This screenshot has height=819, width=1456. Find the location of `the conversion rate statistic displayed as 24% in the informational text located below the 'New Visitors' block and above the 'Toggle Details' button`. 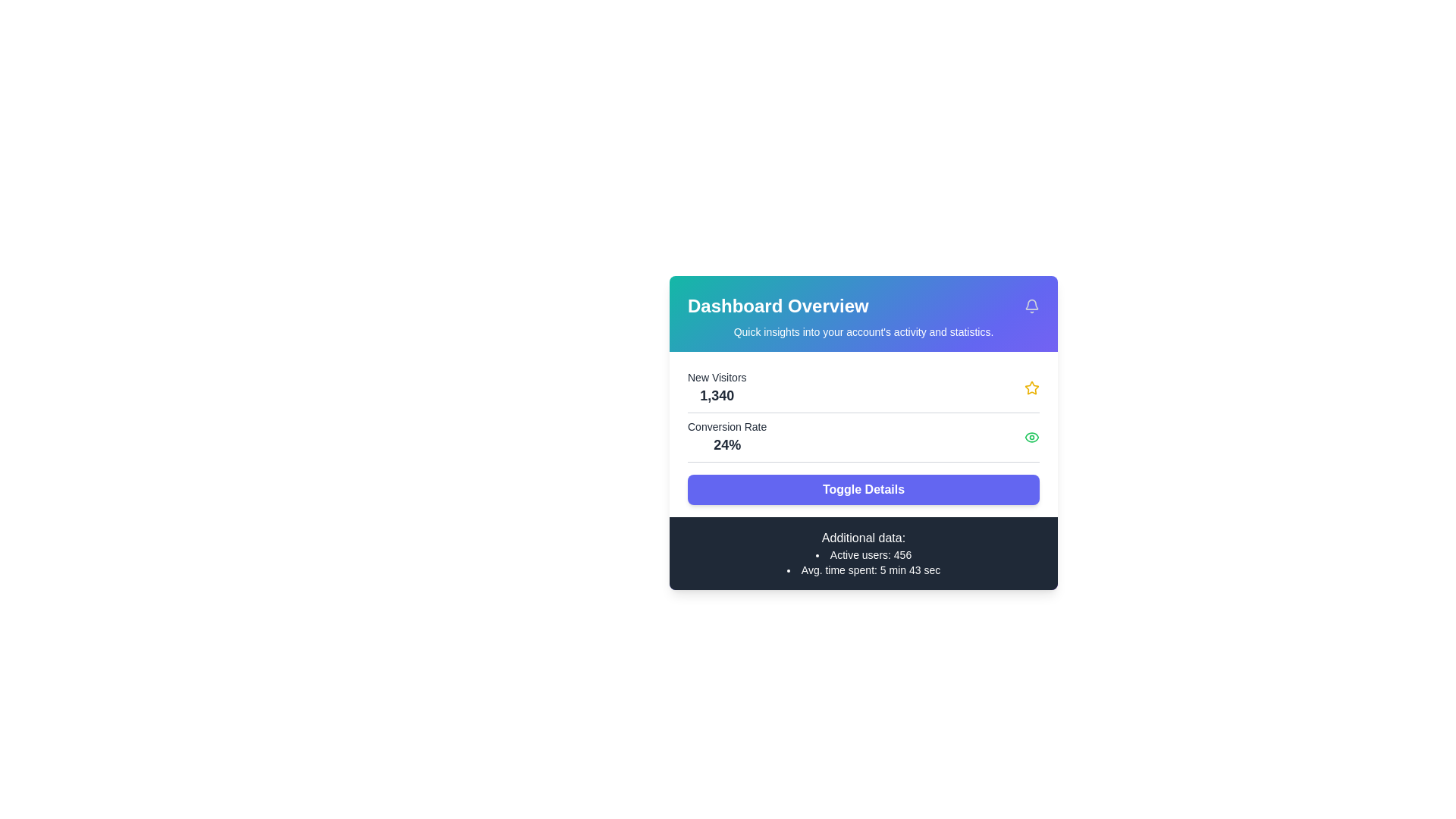

the conversion rate statistic displayed as 24% in the informational text located below the 'New Visitors' block and above the 'Toggle Details' button is located at coordinates (863, 438).